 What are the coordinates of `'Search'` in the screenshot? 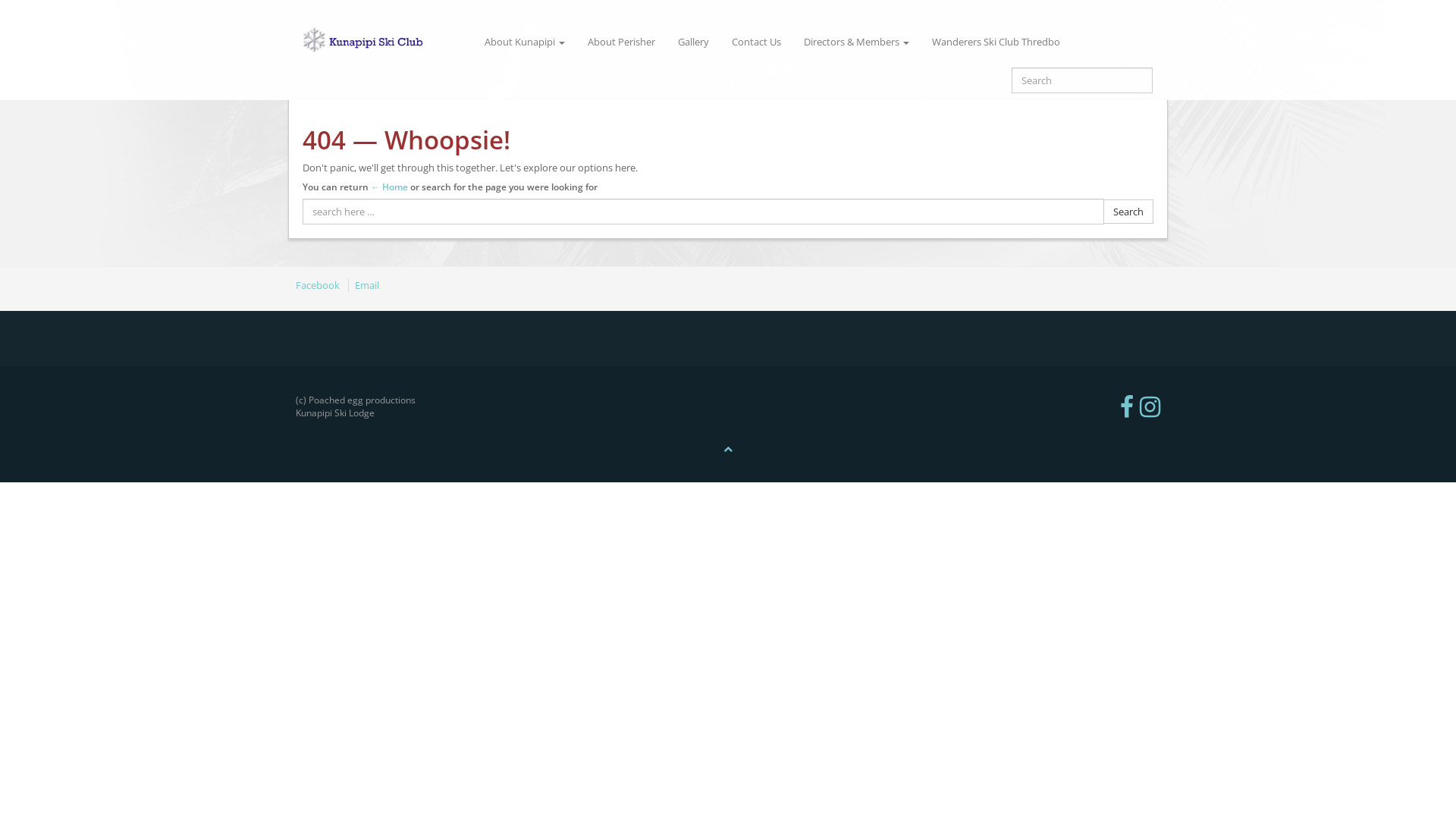 It's located at (1128, 212).